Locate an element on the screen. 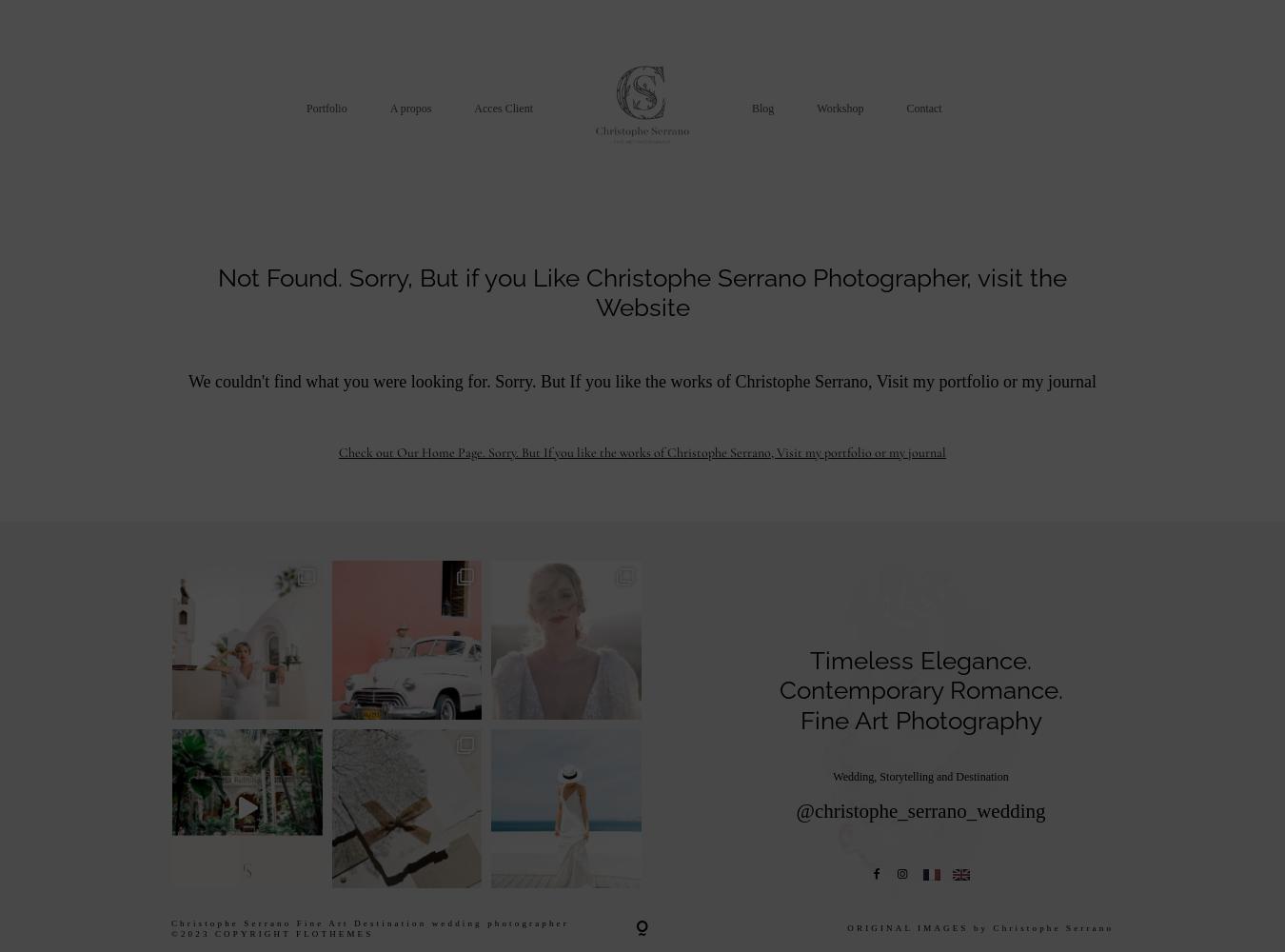 This screenshot has height=952, width=1285. 'Workshop' is located at coordinates (840, 107).